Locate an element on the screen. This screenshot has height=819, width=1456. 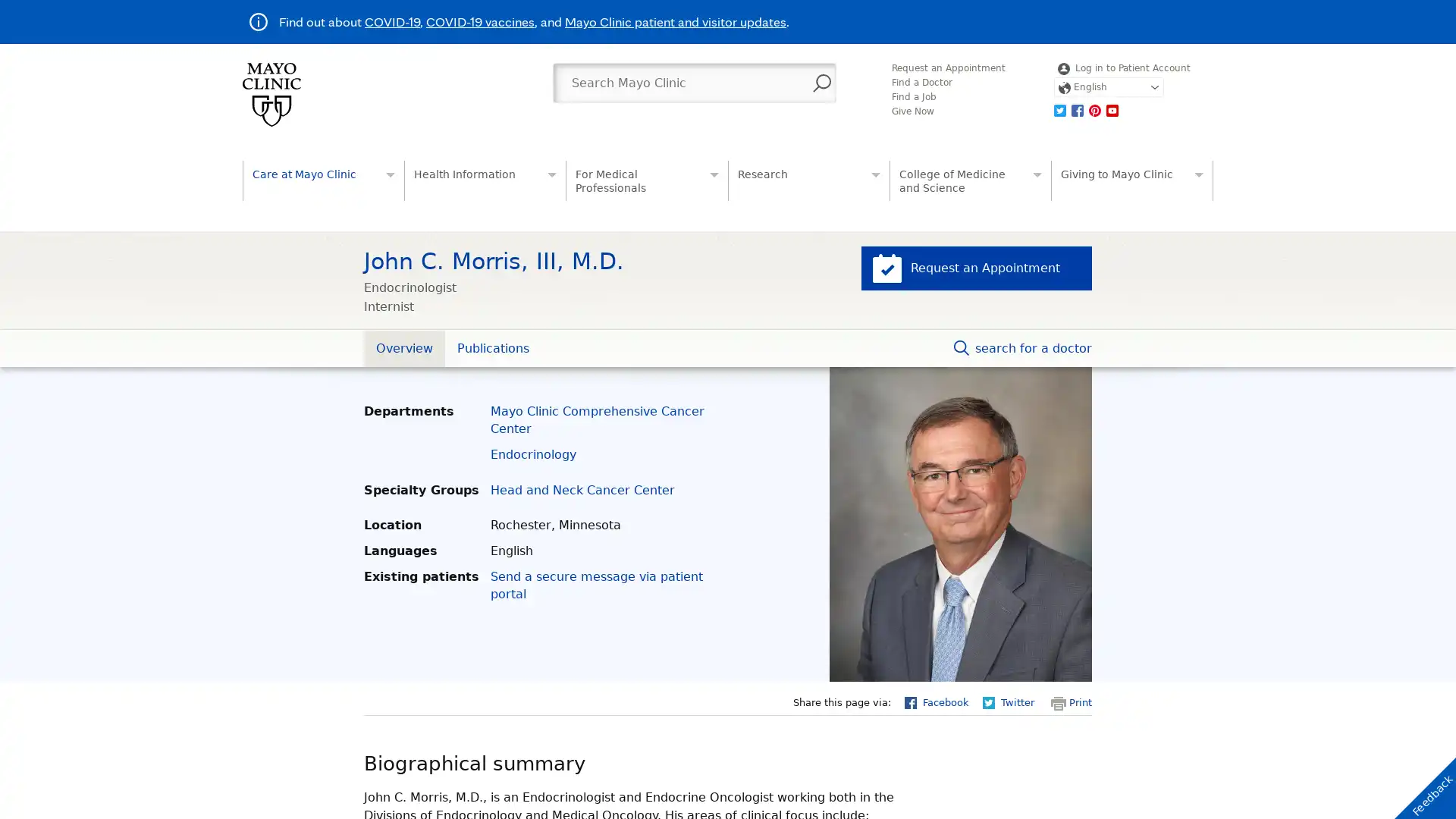
Search is located at coordinates (821, 83).